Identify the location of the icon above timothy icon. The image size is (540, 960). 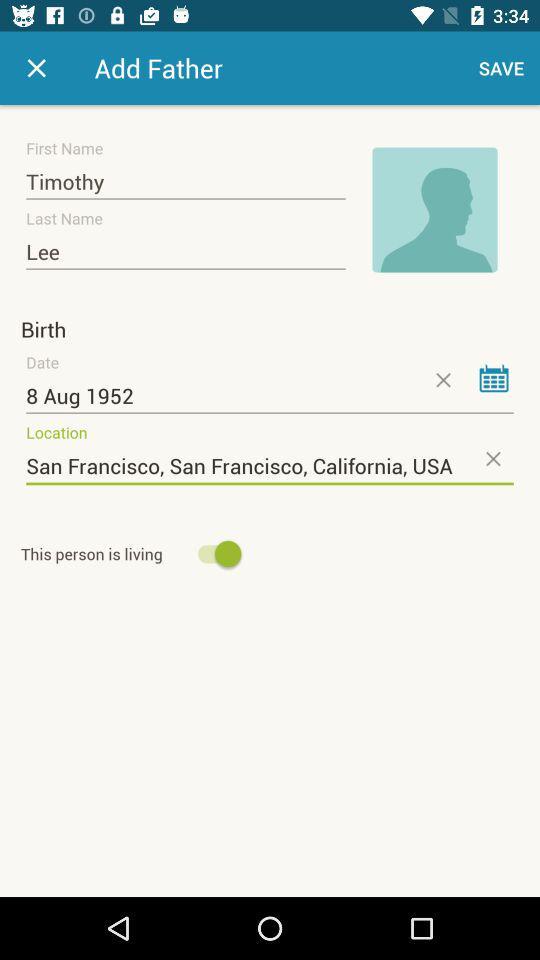
(36, 68).